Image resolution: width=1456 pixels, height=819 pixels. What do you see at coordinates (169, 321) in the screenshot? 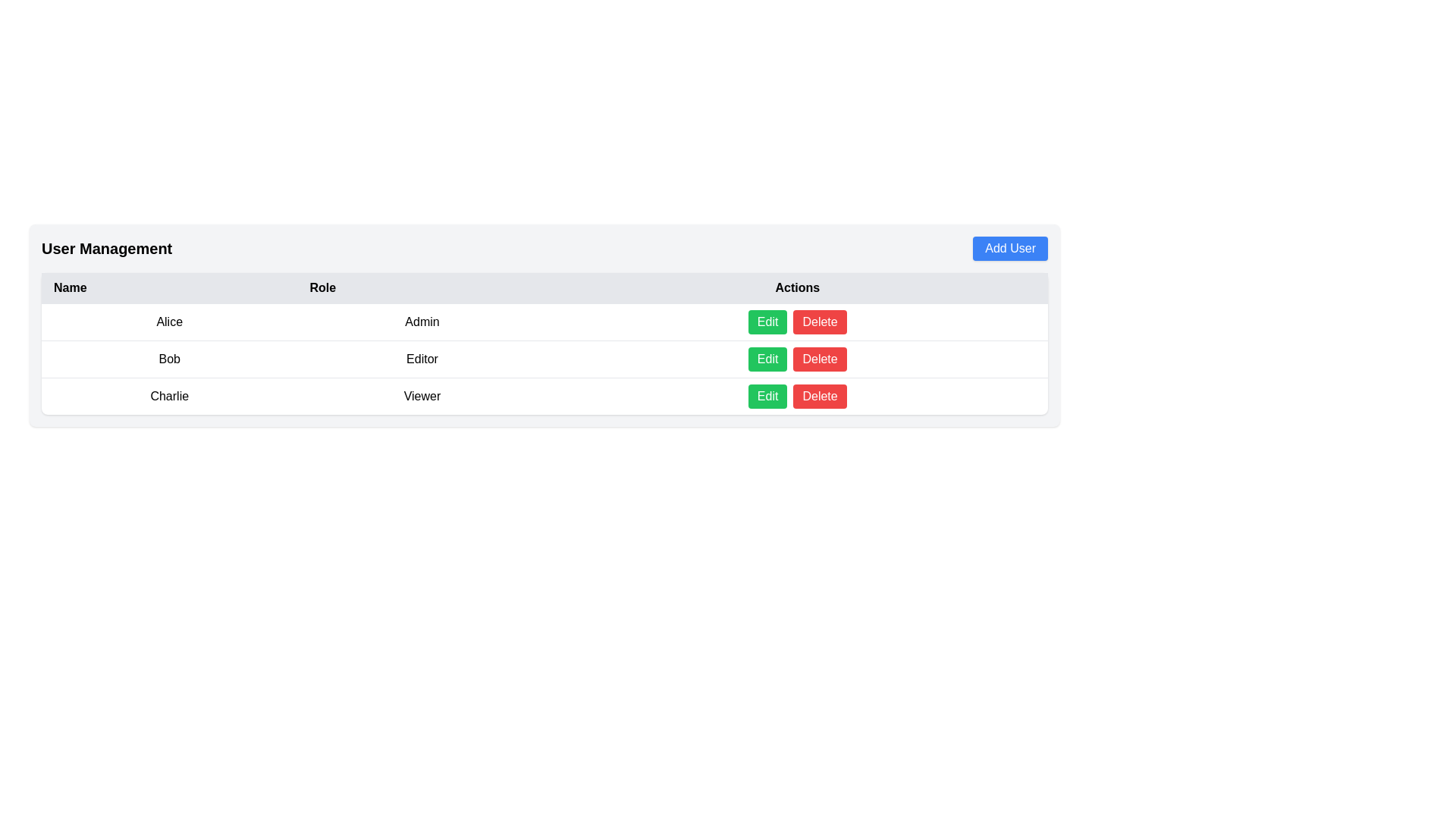
I see `the static text label displaying 'Alice' in the user management table, located in the second row under the 'Name' column` at bounding box center [169, 321].